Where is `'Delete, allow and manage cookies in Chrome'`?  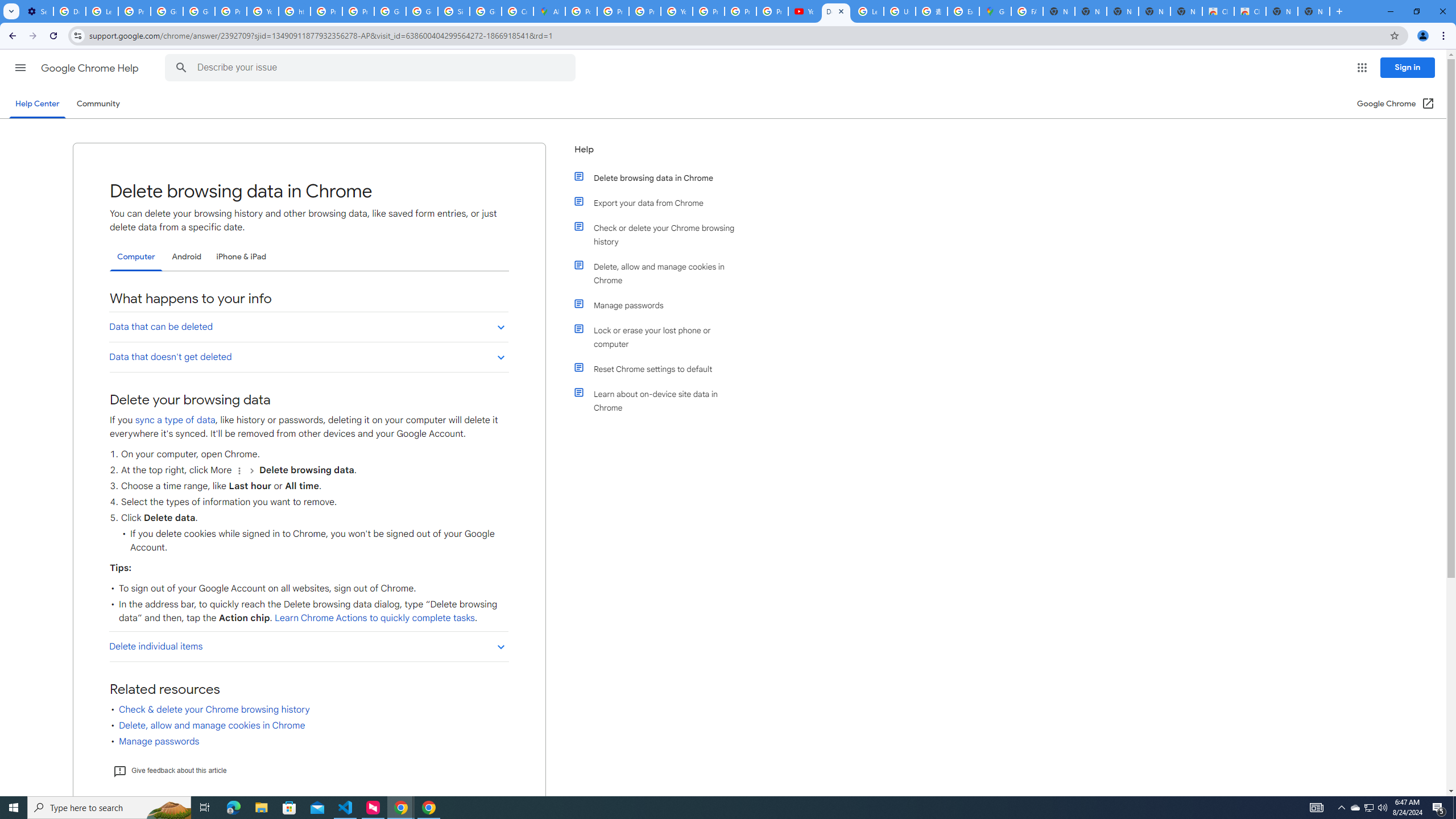
'Delete, allow and manage cookies in Chrome' is located at coordinates (661, 272).